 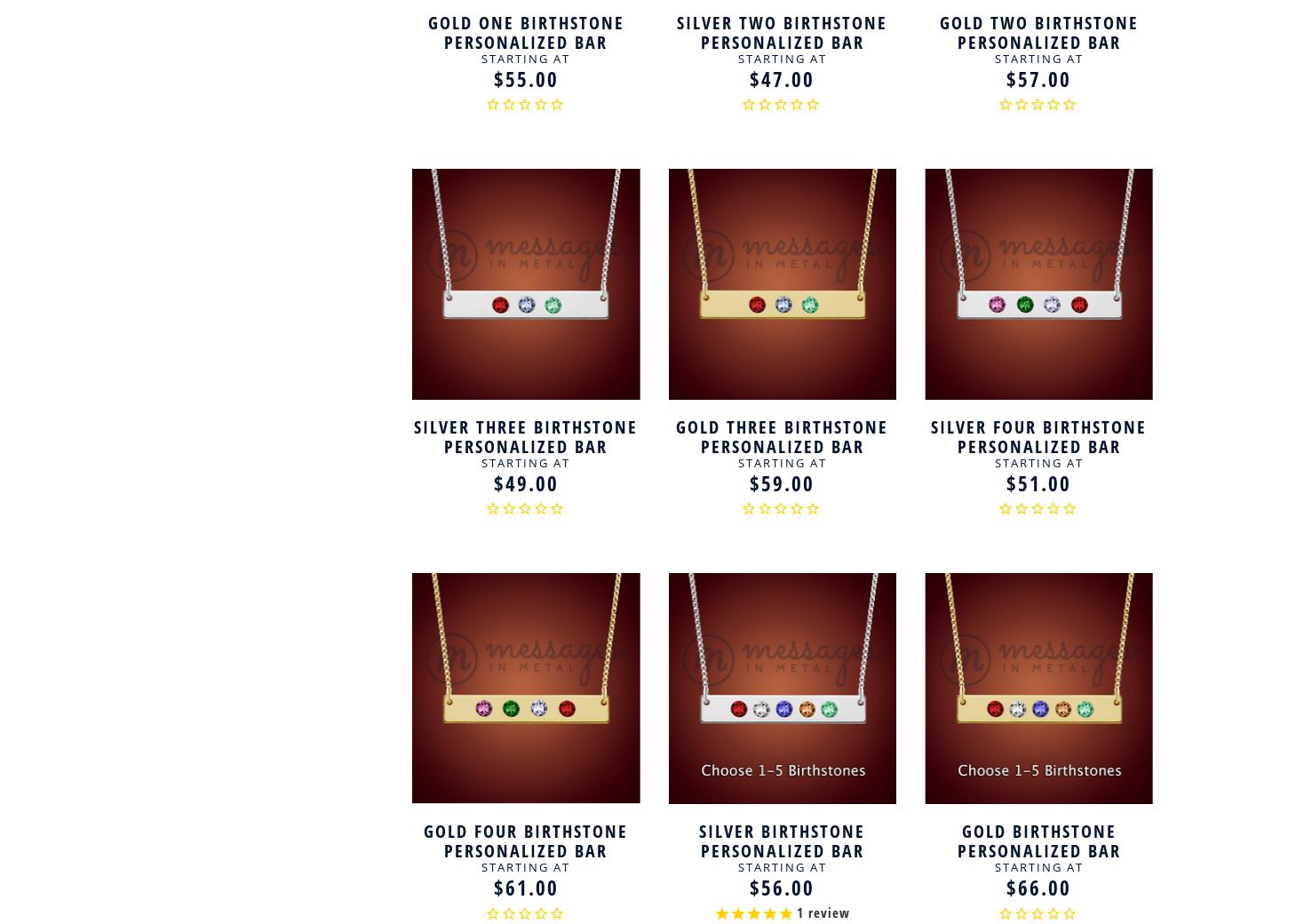 I want to click on '$59.00', so click(x=782, y=482).